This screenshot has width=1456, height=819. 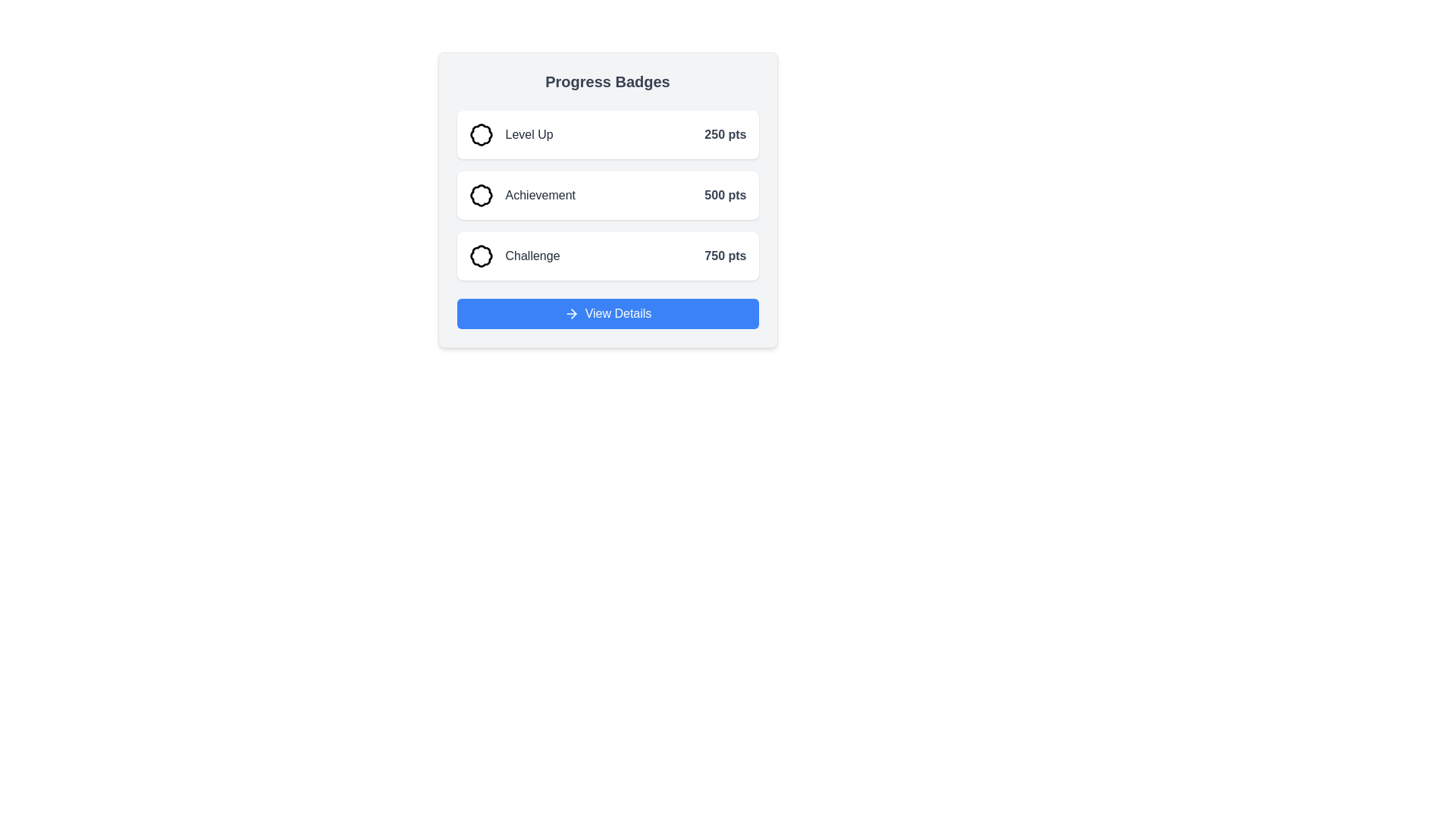 What do you see at coordinates (618, 312) in the screenshot?
I see `the 'View Details' button, which is located beneath the list of progress badges and aligned horizontally in the center of the panel` at bounding box center [618, 312].